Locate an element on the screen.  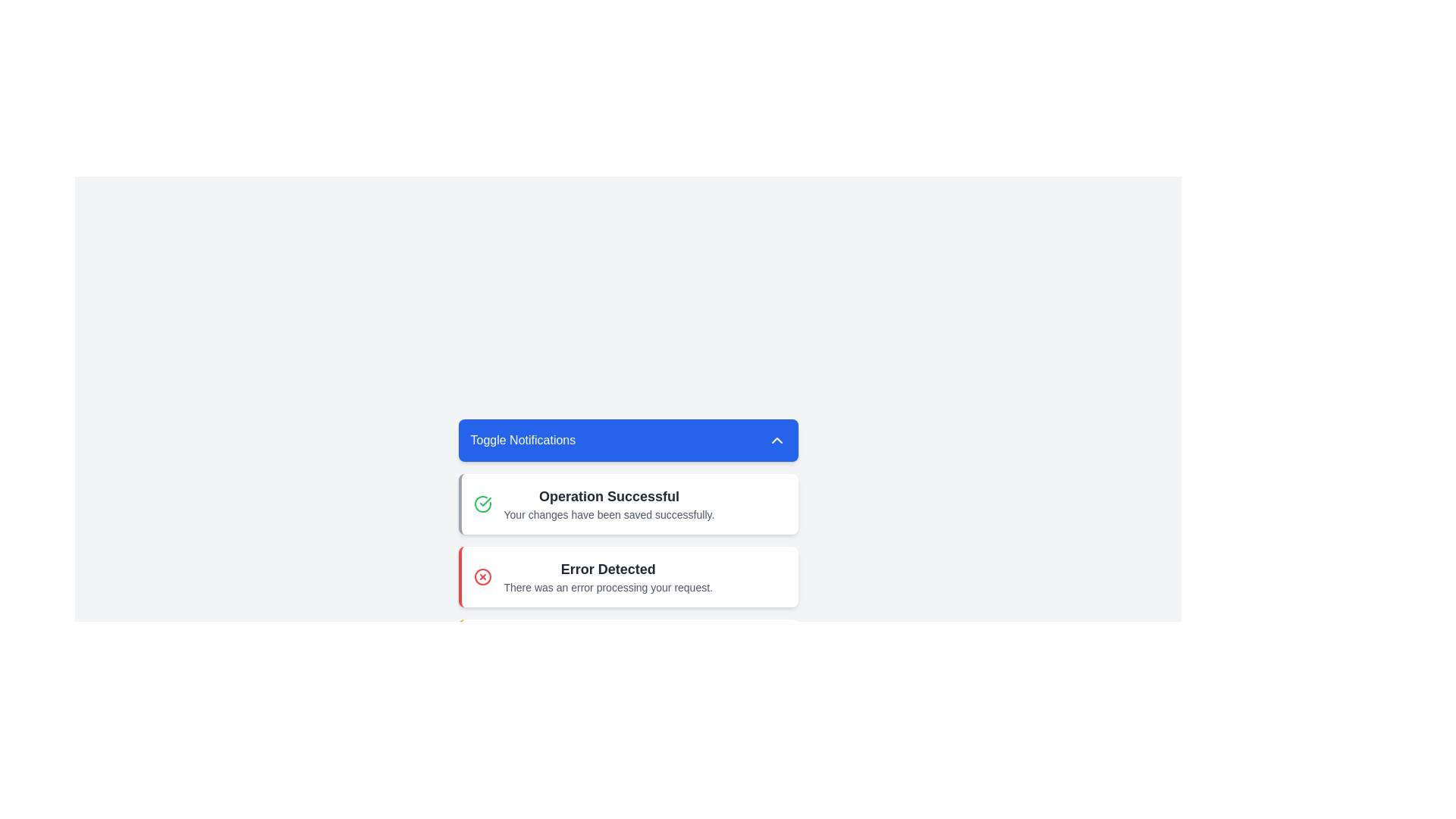
the toggle button located at the top of the notification panel is located at coordinates (628, 441).